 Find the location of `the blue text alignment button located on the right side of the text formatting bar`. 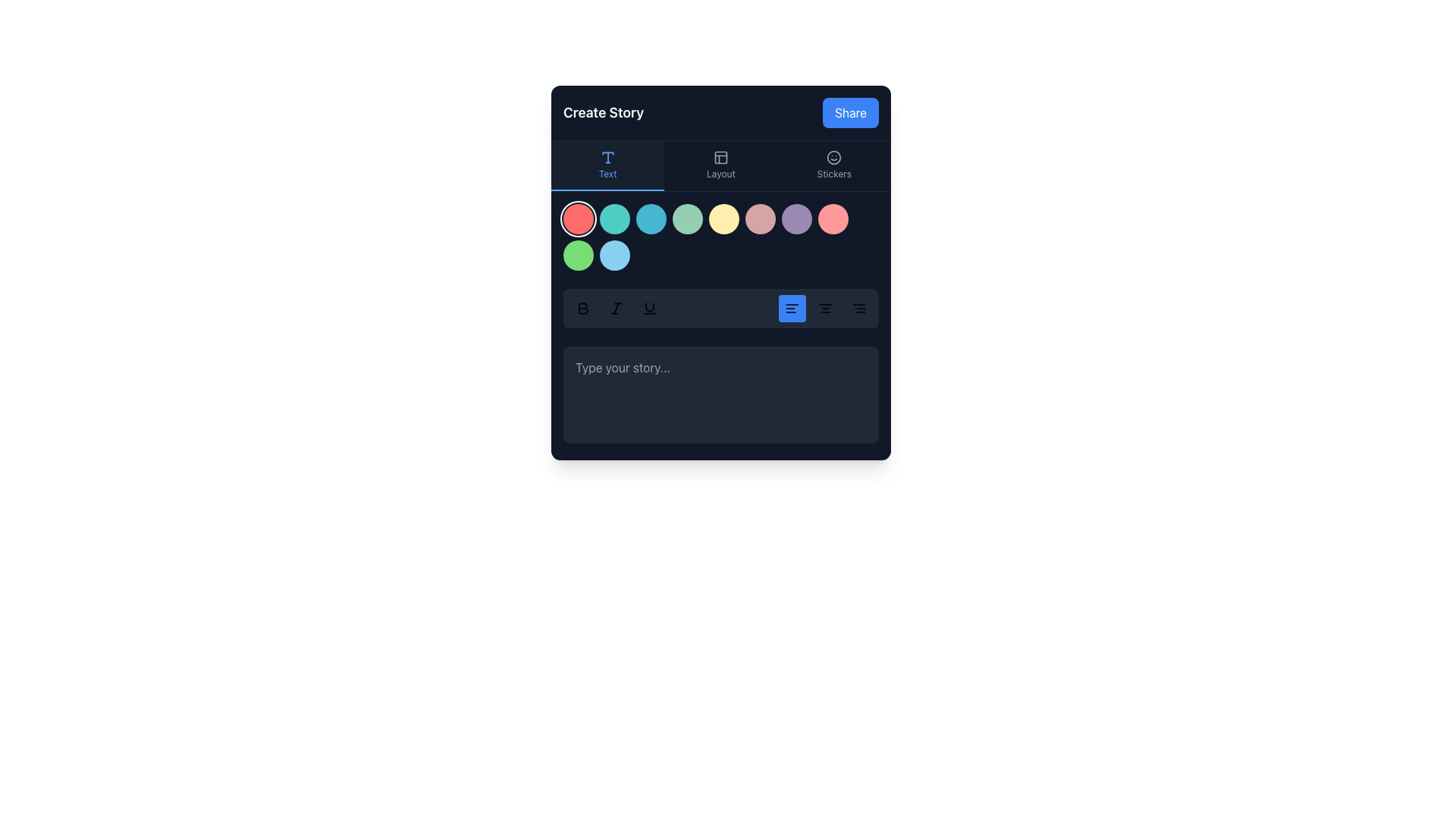

the blue text alignment button located on the right side of the text formatting bar is located at coordinates (792, 308).